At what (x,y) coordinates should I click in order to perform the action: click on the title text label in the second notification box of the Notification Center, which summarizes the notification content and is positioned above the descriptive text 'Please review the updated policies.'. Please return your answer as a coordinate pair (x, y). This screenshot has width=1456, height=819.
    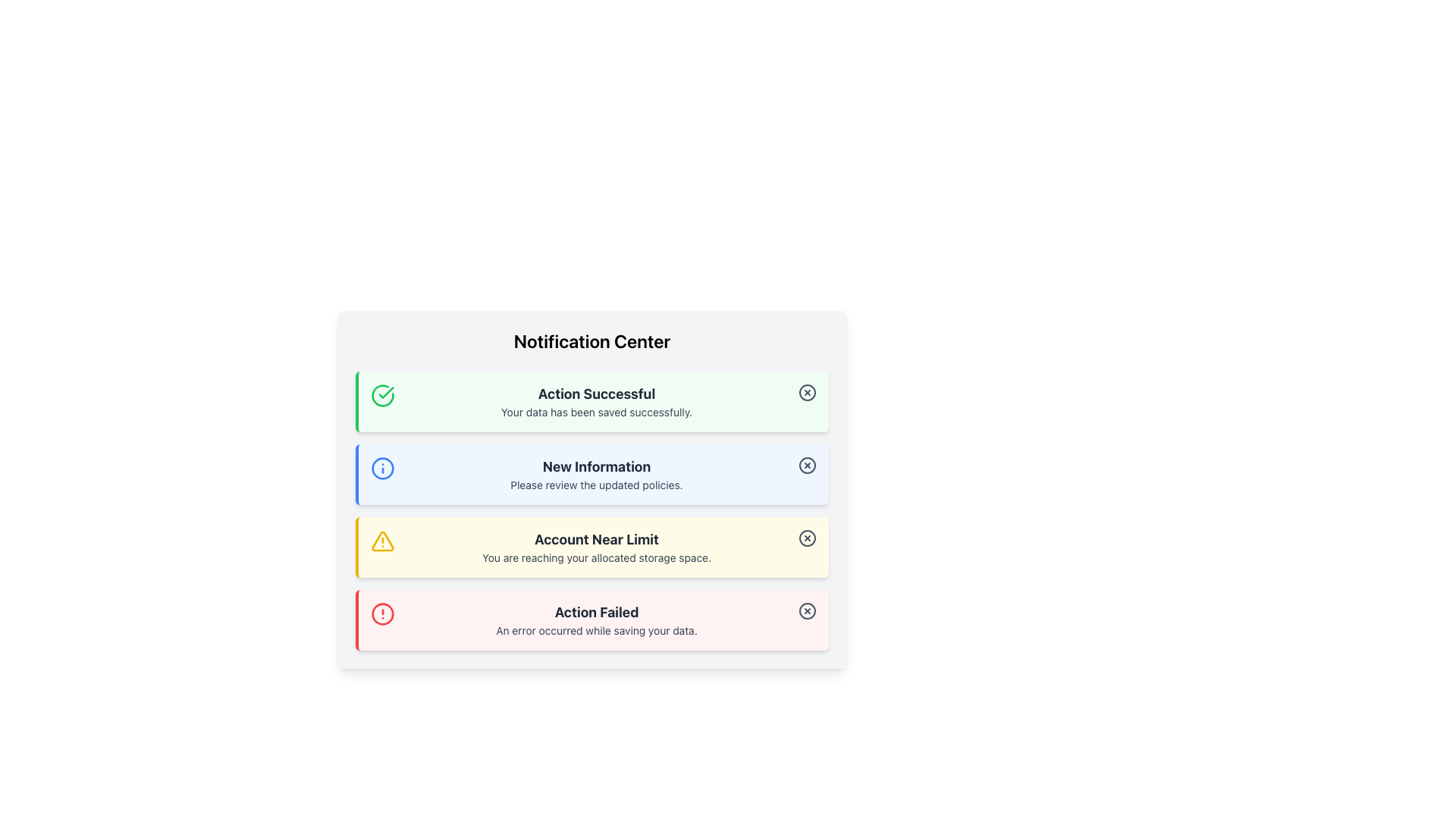
    Looking at the image, I should click on (596, 466).